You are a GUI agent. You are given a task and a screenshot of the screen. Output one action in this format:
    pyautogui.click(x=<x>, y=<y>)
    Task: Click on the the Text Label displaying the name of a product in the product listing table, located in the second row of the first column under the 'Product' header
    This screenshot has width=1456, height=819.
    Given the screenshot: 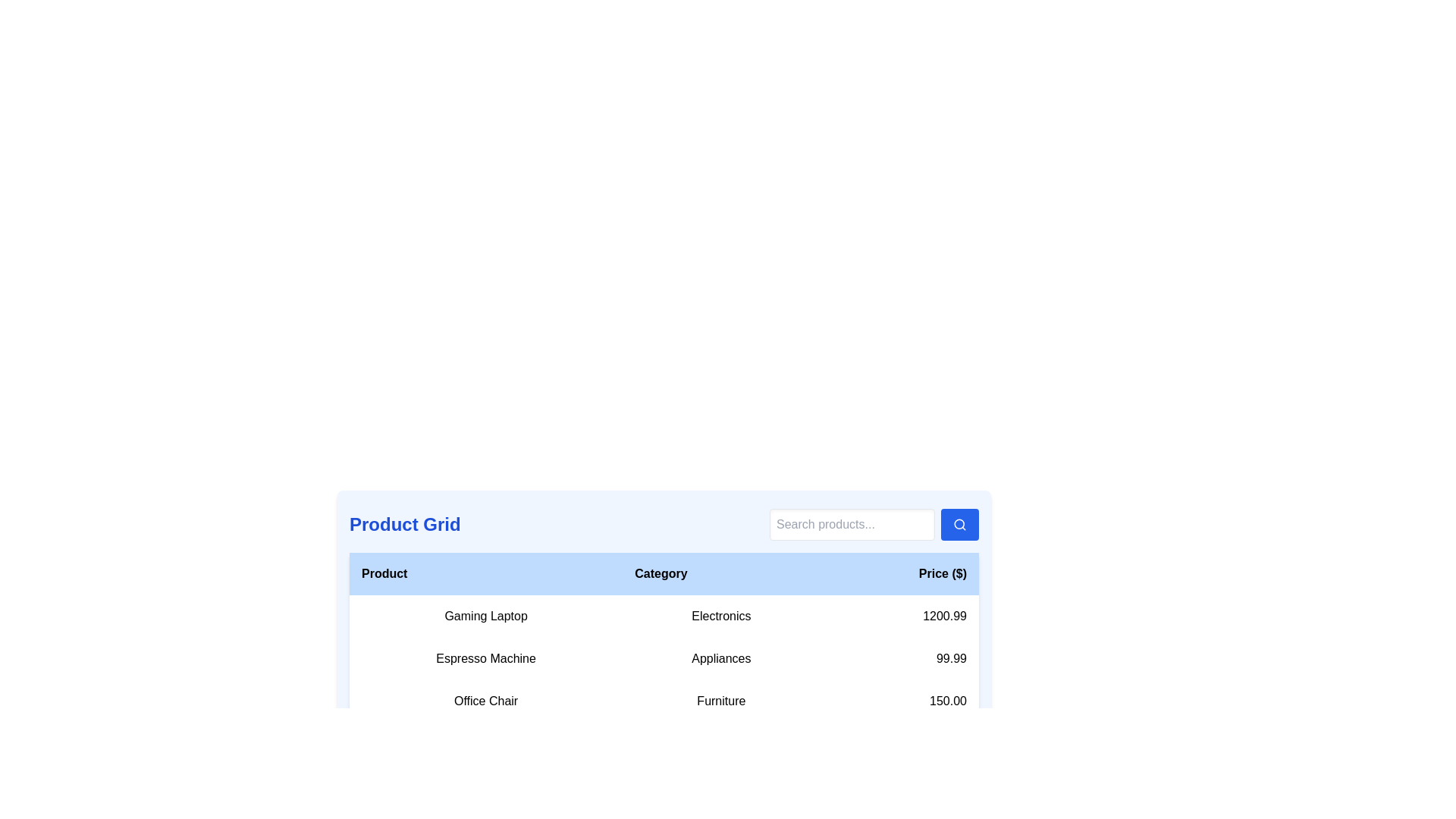 What is the action you would take?
    pyautogui.click(x=486, y=657)
    